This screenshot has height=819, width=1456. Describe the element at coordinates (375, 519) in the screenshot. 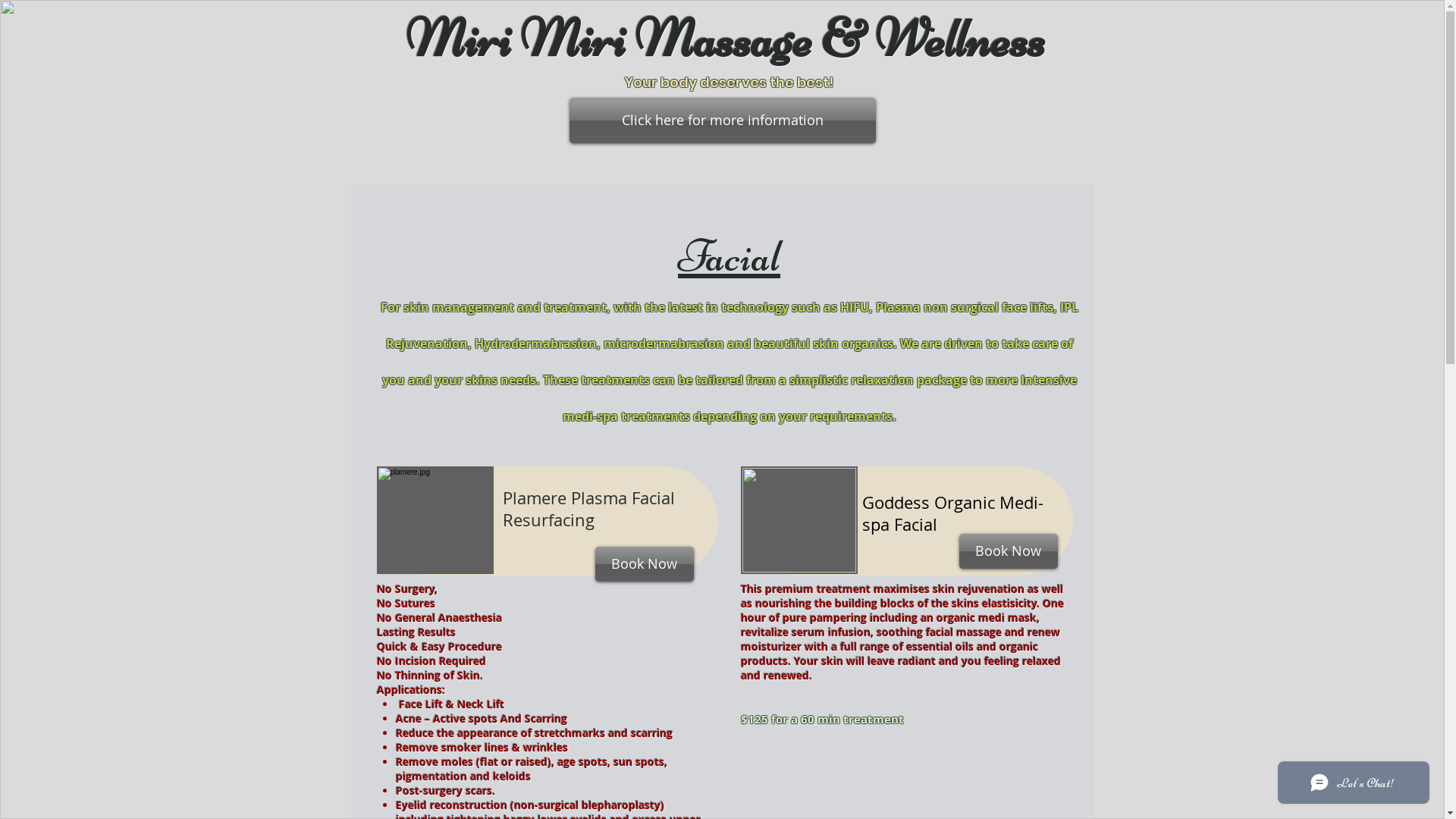

I see `'goddess organic medi.jpg'` at that location.